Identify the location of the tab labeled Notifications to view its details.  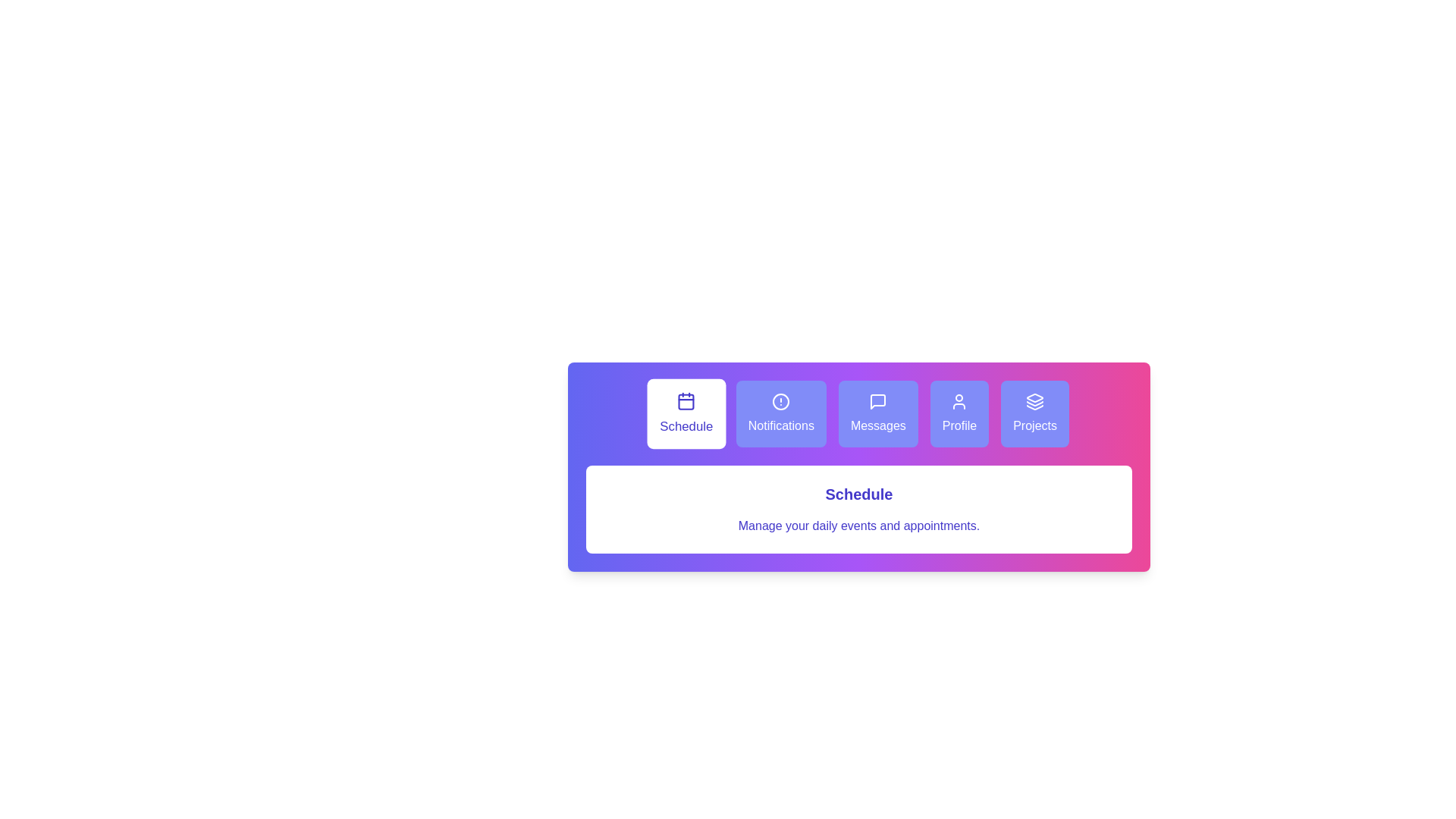
(781, 414).